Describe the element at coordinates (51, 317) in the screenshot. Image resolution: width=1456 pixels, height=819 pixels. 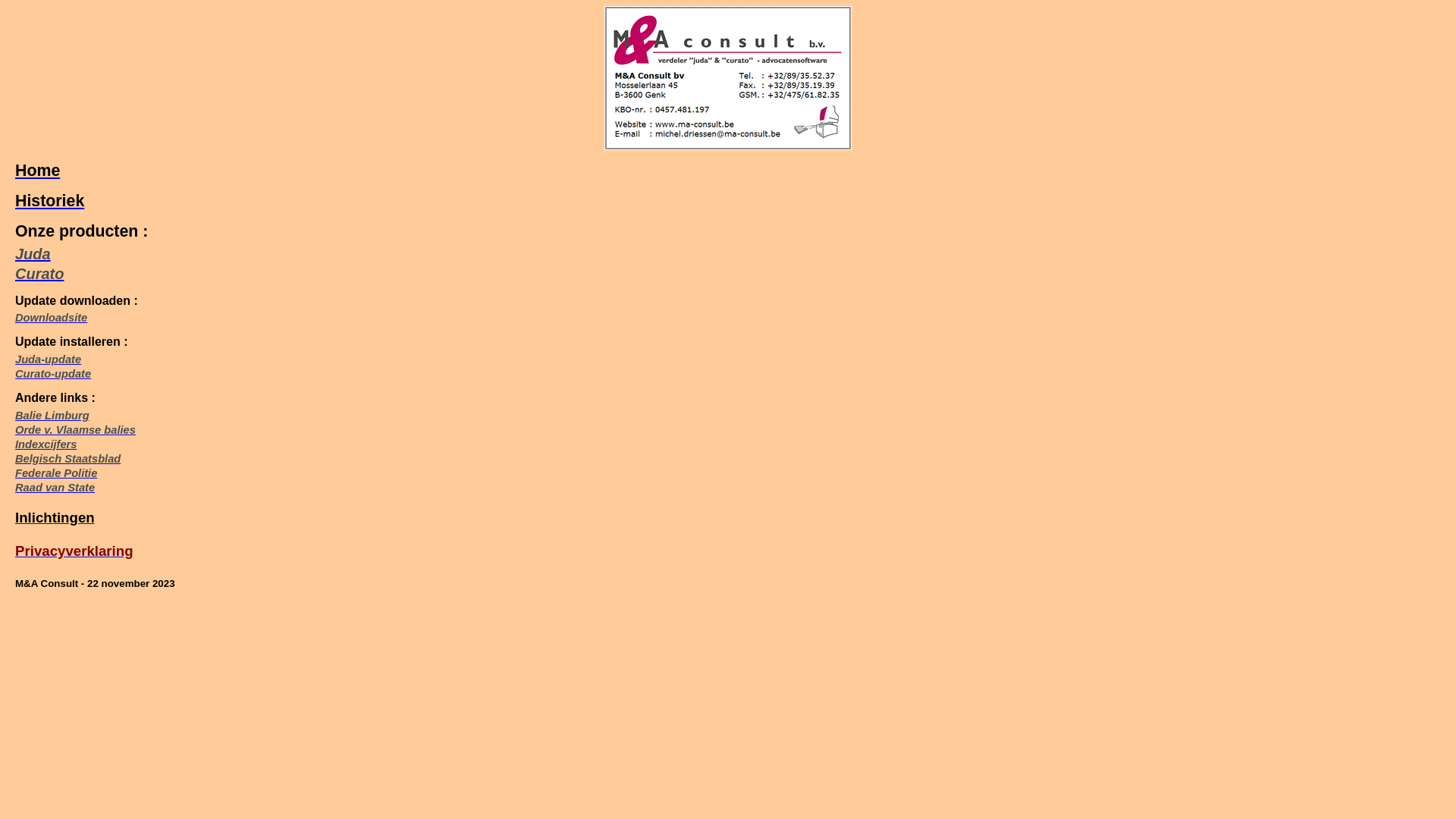
I see `'Downloadsite'` at that location.